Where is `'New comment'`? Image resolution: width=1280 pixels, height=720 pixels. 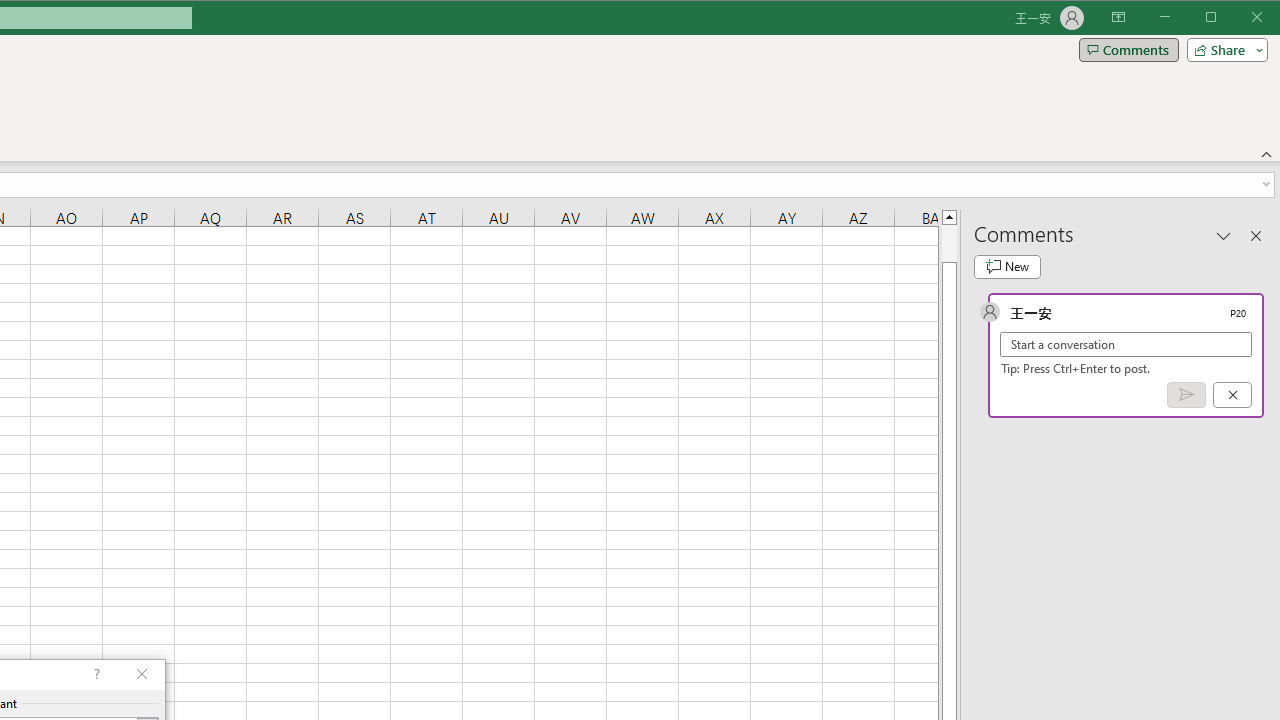 'New comment' is located at coordinates (1007, 266).